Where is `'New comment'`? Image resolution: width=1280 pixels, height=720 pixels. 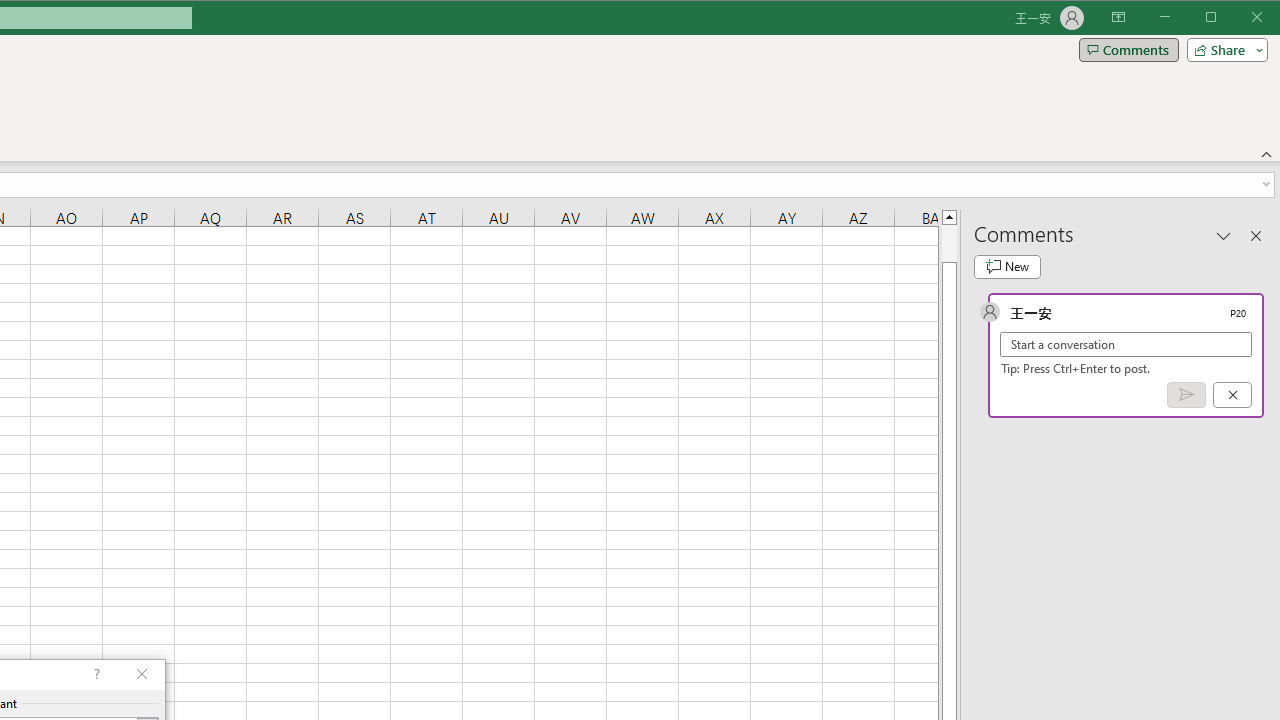 'New comment' is located at coordinates (1007, 266).